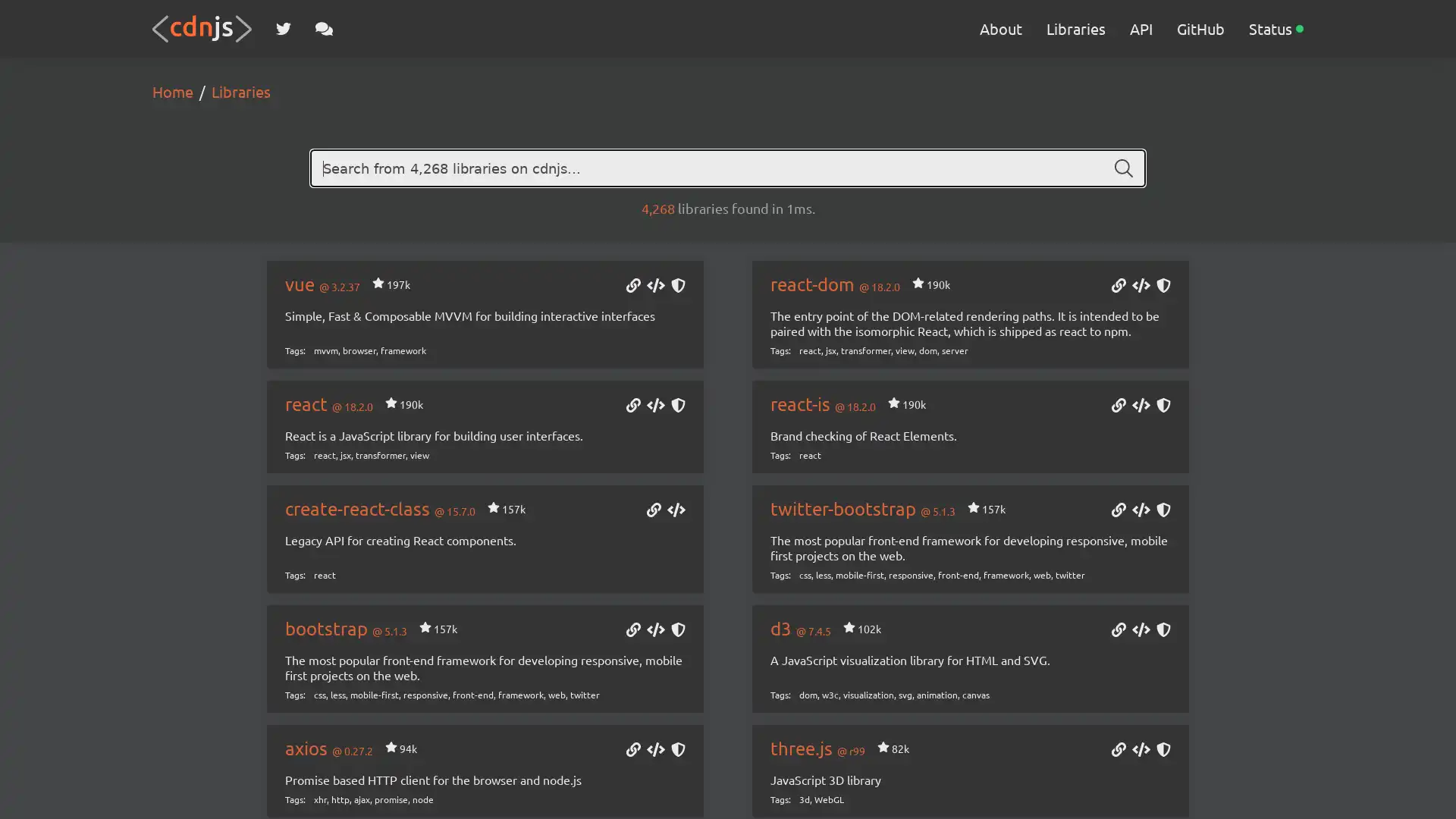 This screenshot has height=819, width=1456. What do you see at coordinates (1118, 631) in the screenshot?
I see `Copy URL` at bounding box center [1118, 631].